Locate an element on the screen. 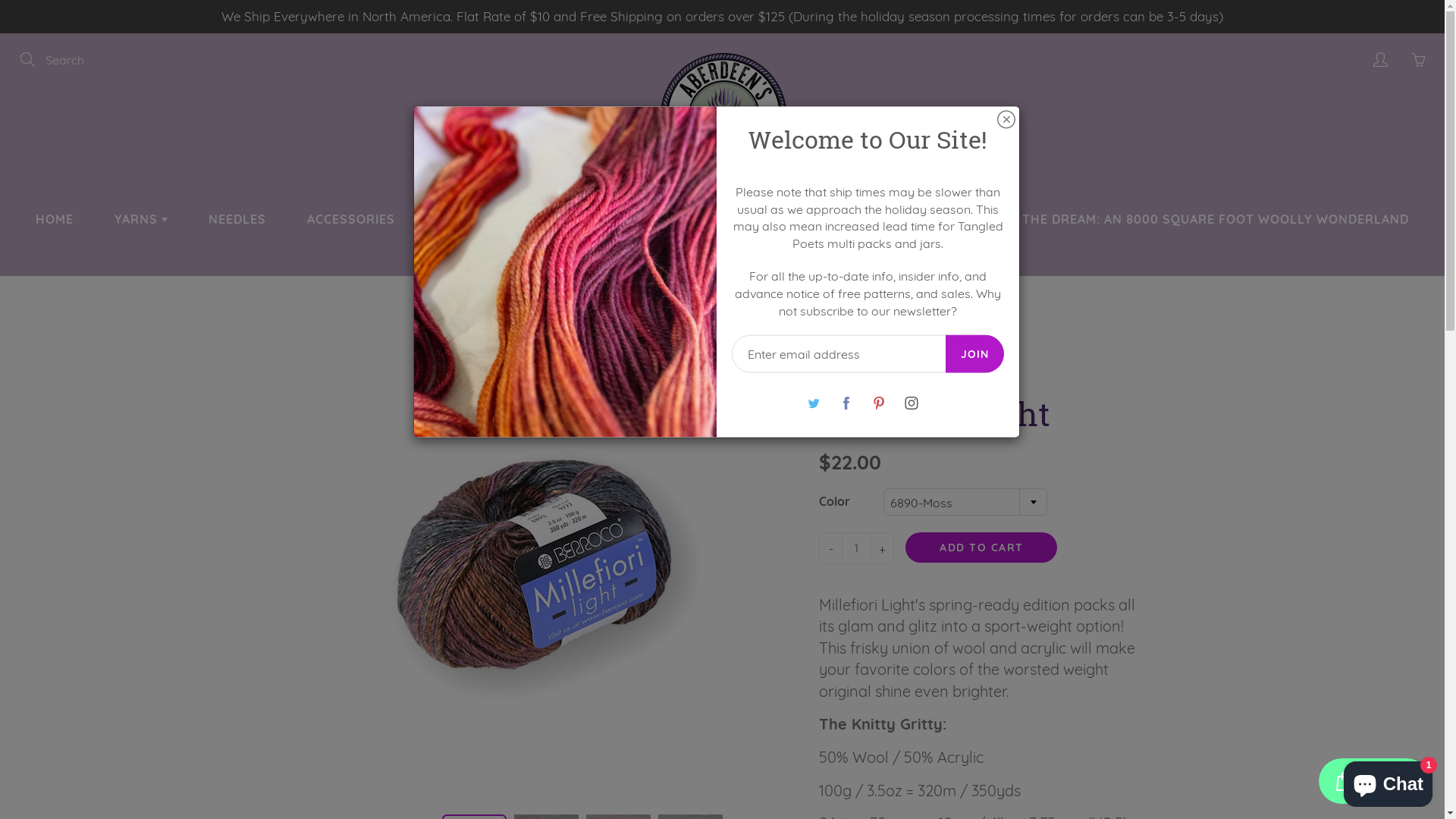 The height and width of the screenshot is (819, 1456). 'KITS' is located at coordinates (454, 219).